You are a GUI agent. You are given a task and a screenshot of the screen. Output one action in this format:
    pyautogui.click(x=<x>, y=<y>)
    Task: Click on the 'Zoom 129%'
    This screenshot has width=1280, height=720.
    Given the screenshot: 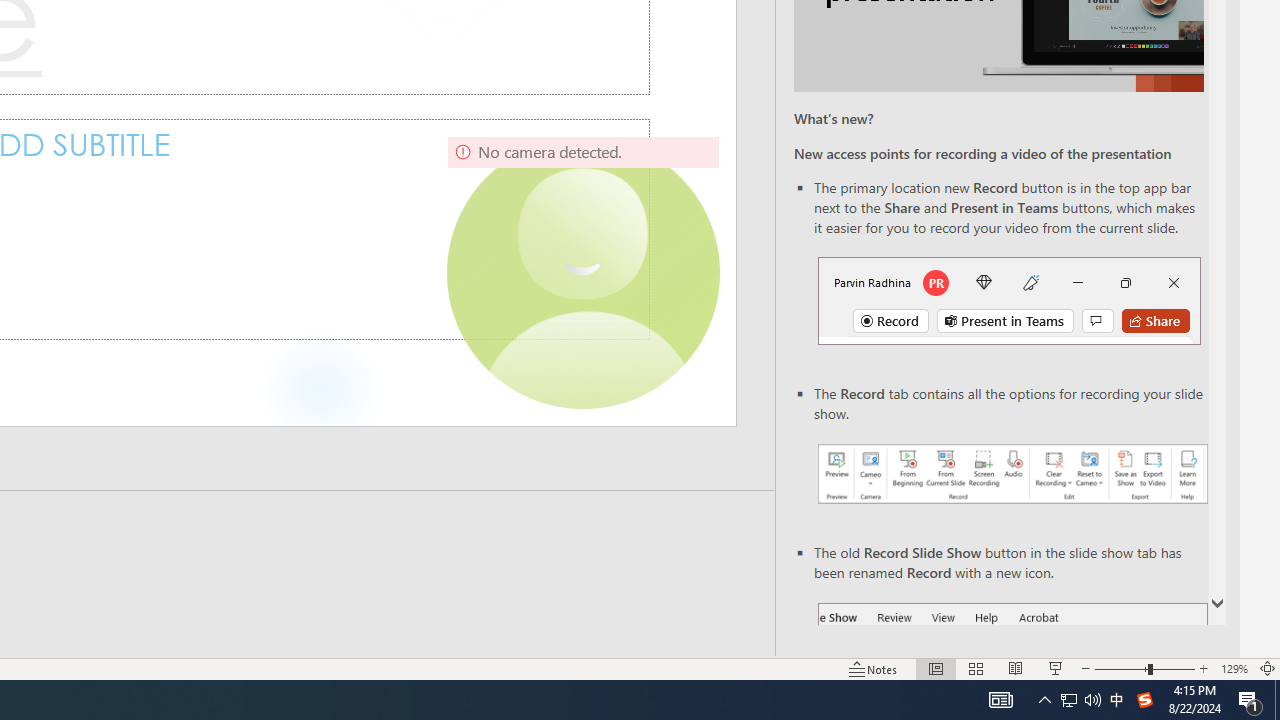 What is the action you would take?
    pyautogui.click(x=1233, y=669)
    